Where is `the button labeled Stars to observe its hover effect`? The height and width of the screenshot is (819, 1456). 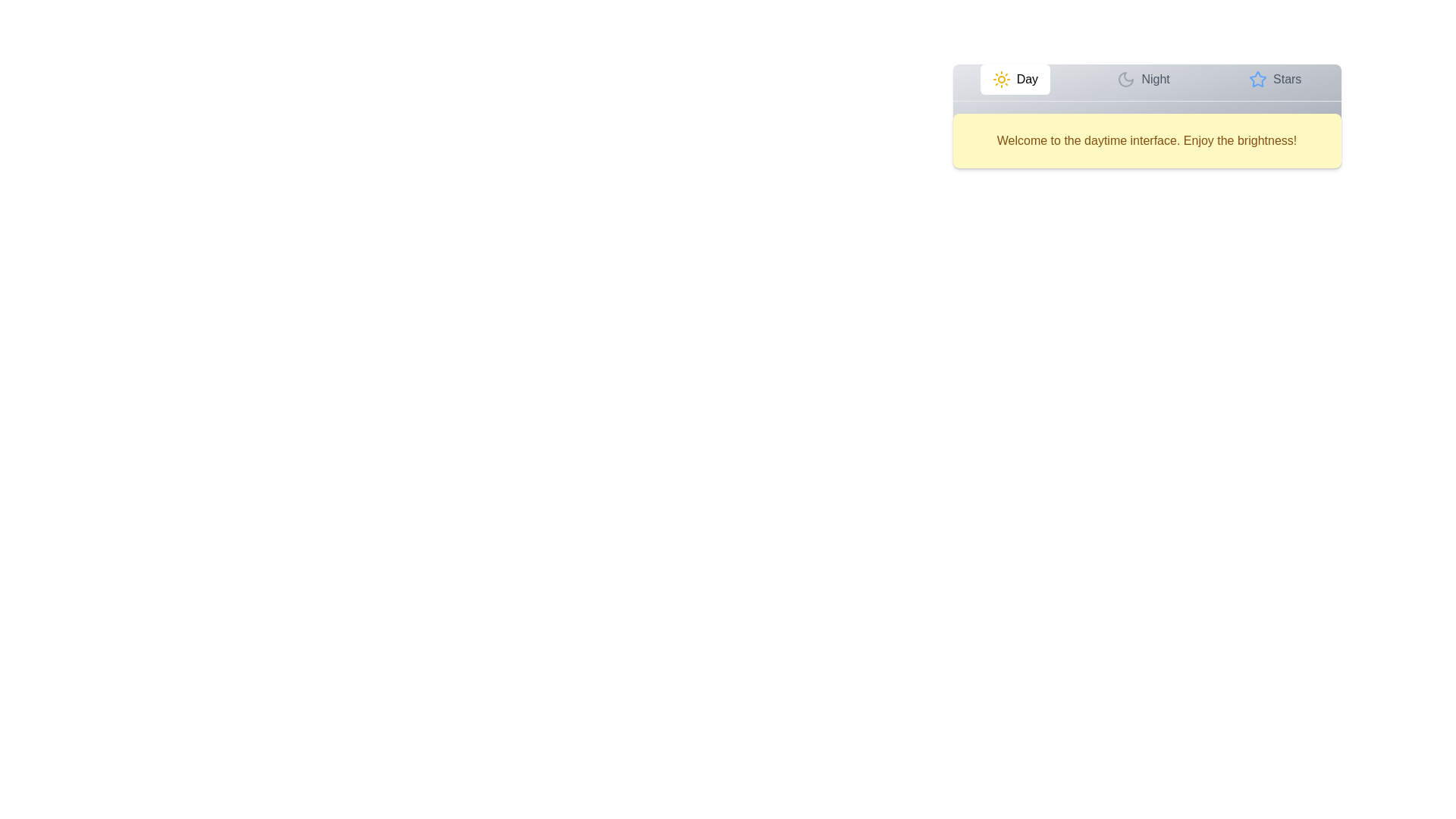
the button labeled Stars to observe its hover effect is located at coordinates (1274, 79).